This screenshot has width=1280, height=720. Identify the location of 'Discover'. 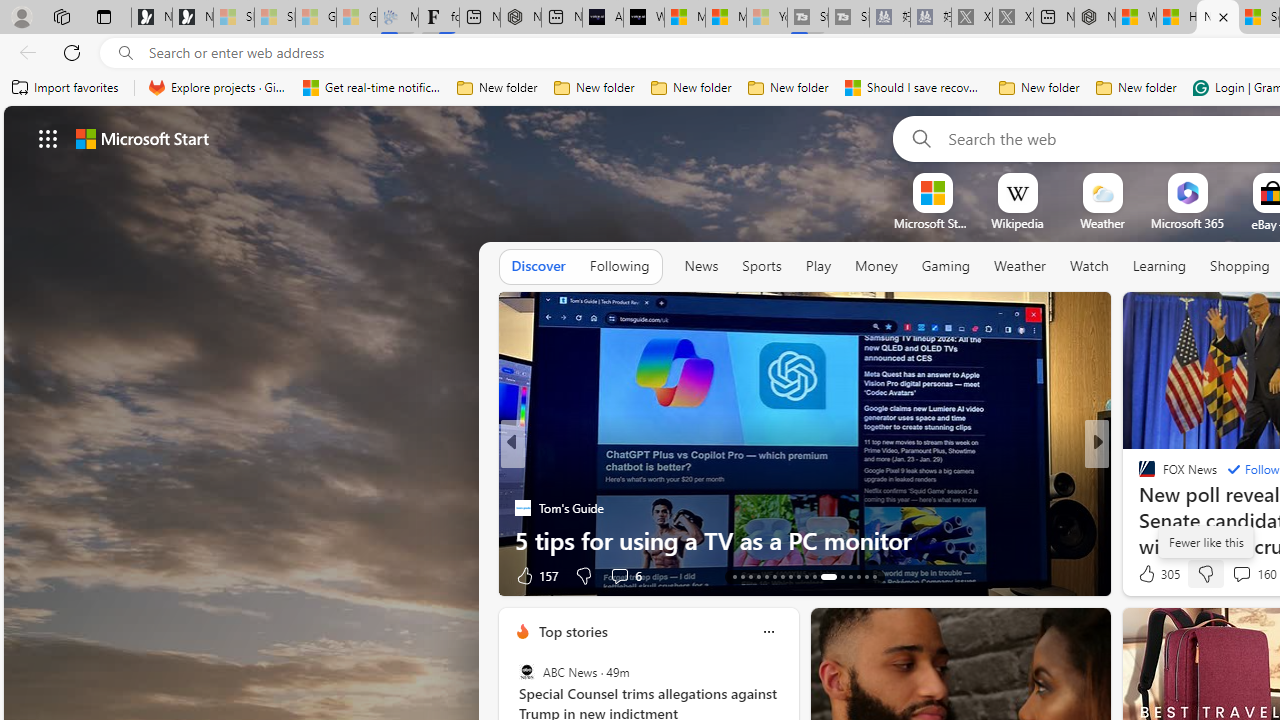
(538, 266).